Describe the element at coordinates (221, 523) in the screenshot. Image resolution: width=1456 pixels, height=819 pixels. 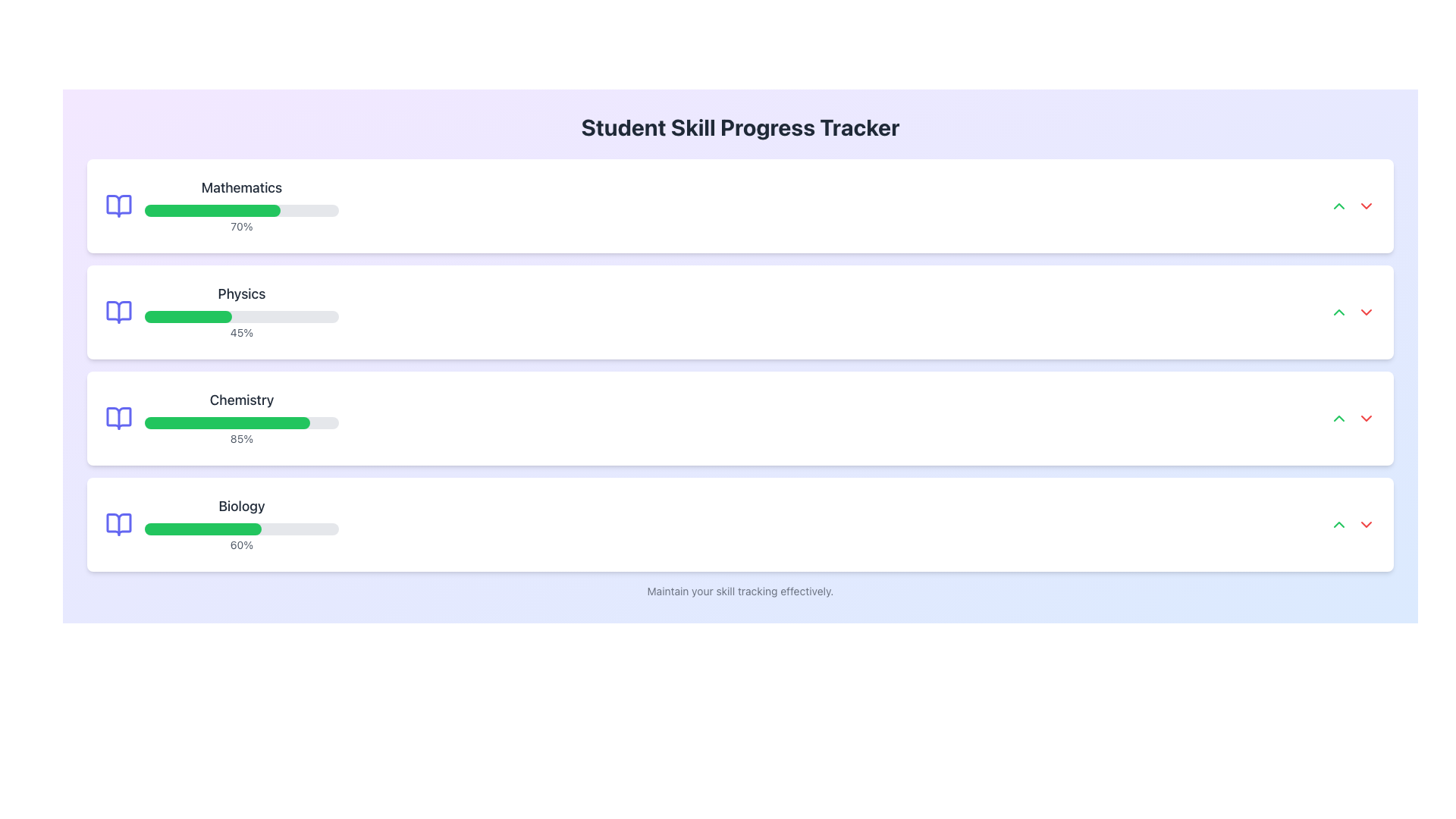
I see `the Progress Indicator in the Biology section of the Student Skill Progress Tracker interface, located below the sections for Mathematics, Physics, and Chemistry` at that location.